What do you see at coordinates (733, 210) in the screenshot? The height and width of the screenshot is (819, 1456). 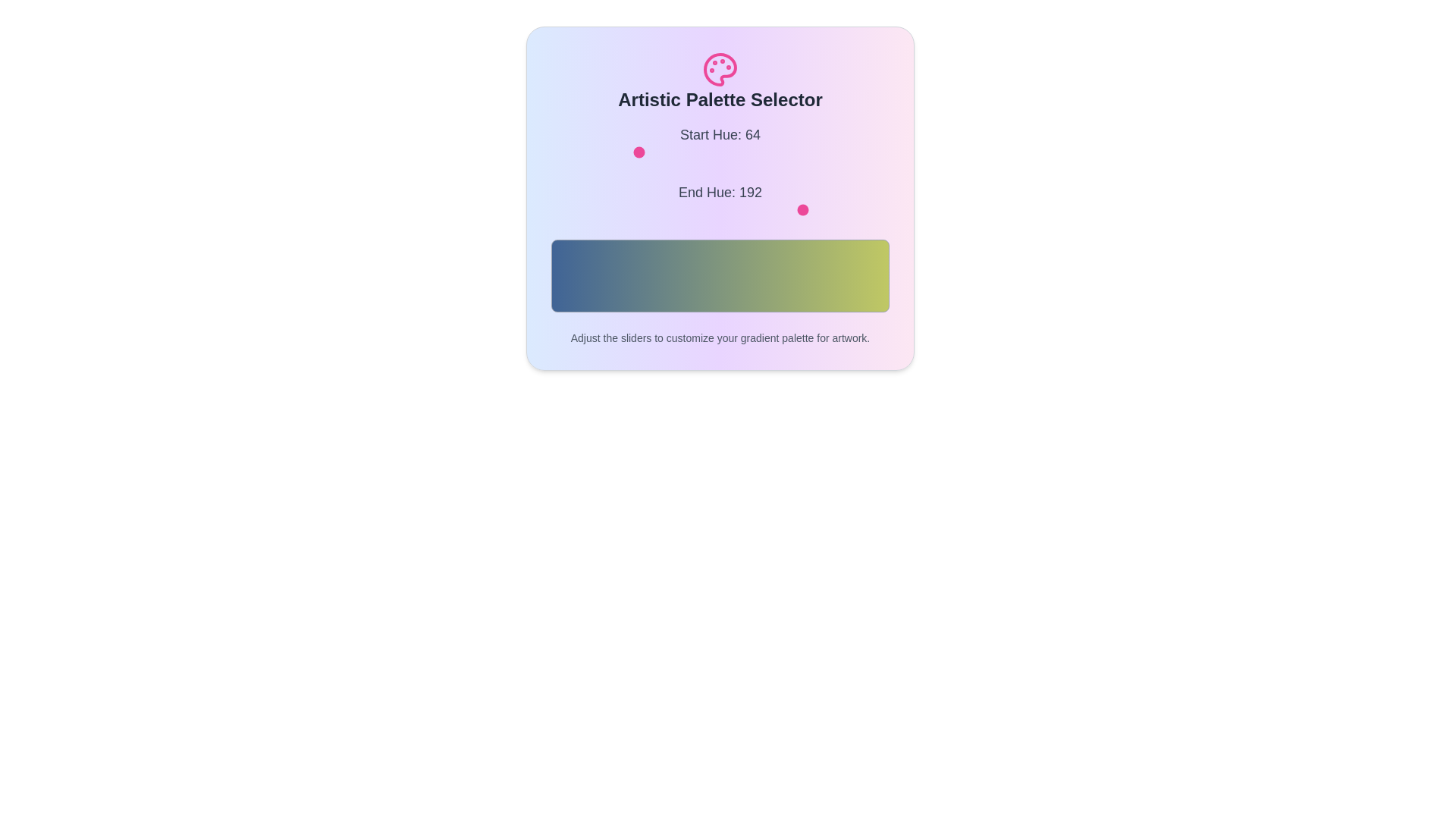 I see `the 'End Hue' slider to 137` at bounding box center [733, 210].